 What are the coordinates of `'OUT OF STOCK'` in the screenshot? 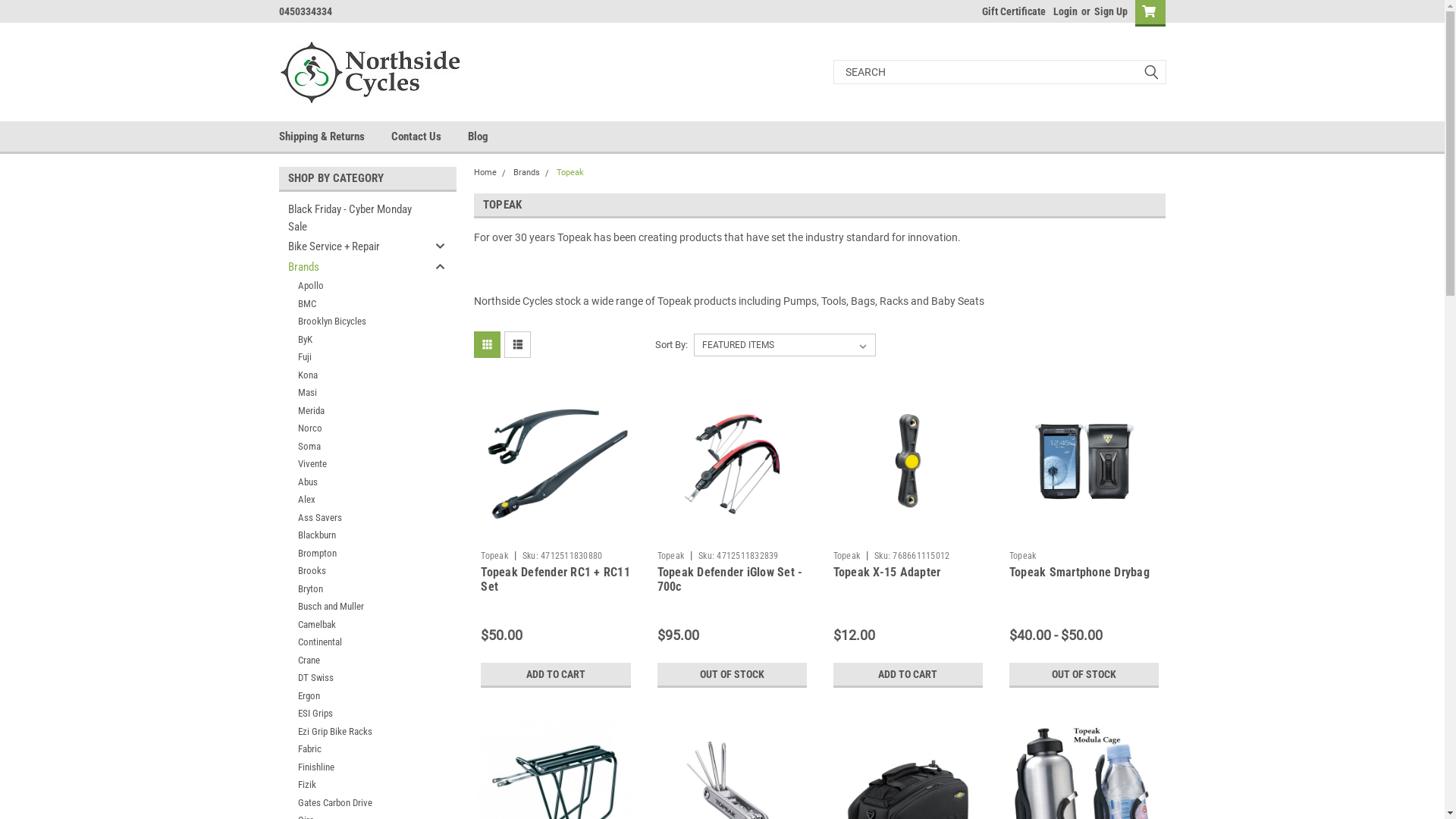 It's located at (1083, 674).